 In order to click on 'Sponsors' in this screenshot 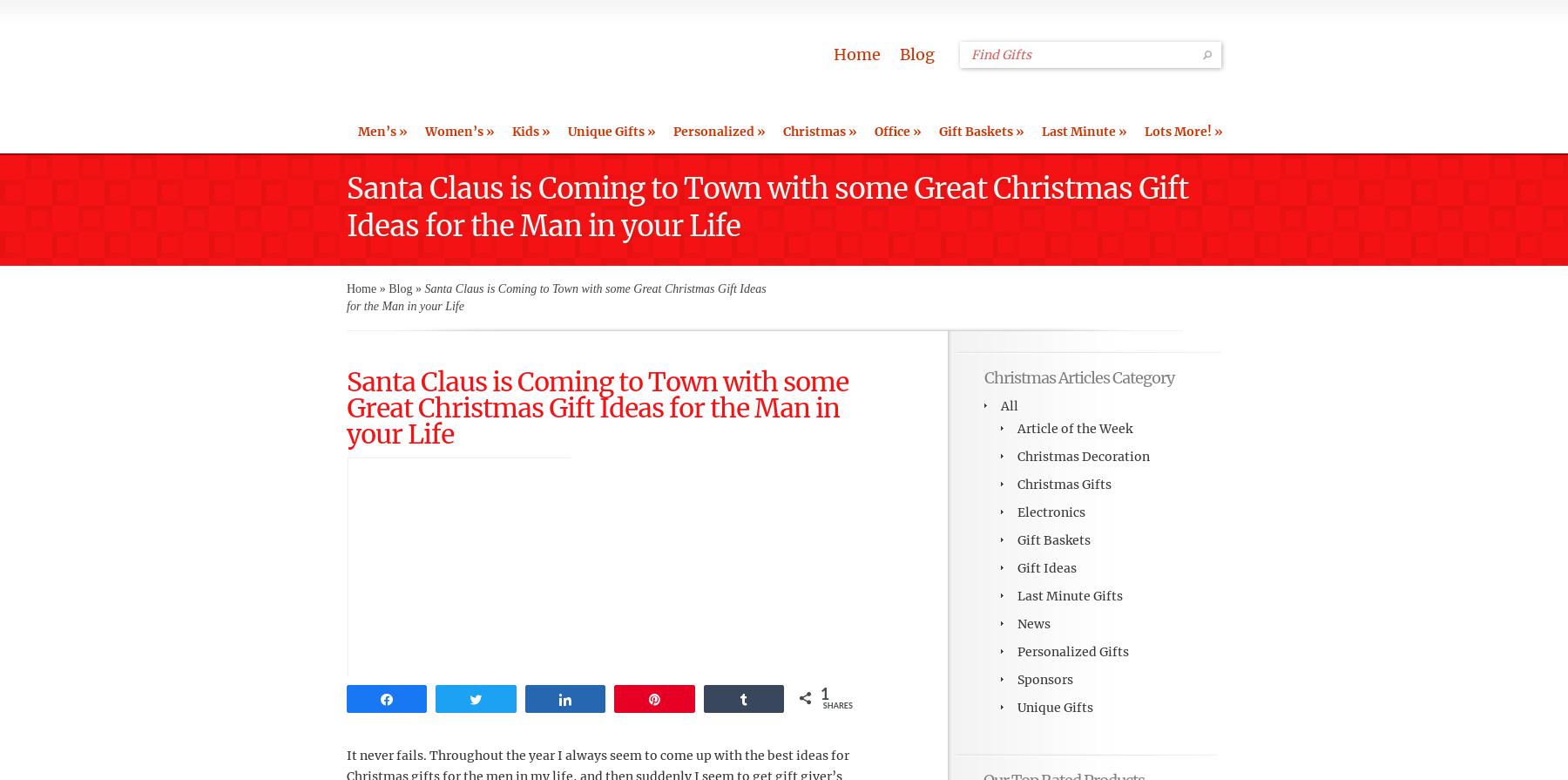, I will do `click(1044, 678)`.